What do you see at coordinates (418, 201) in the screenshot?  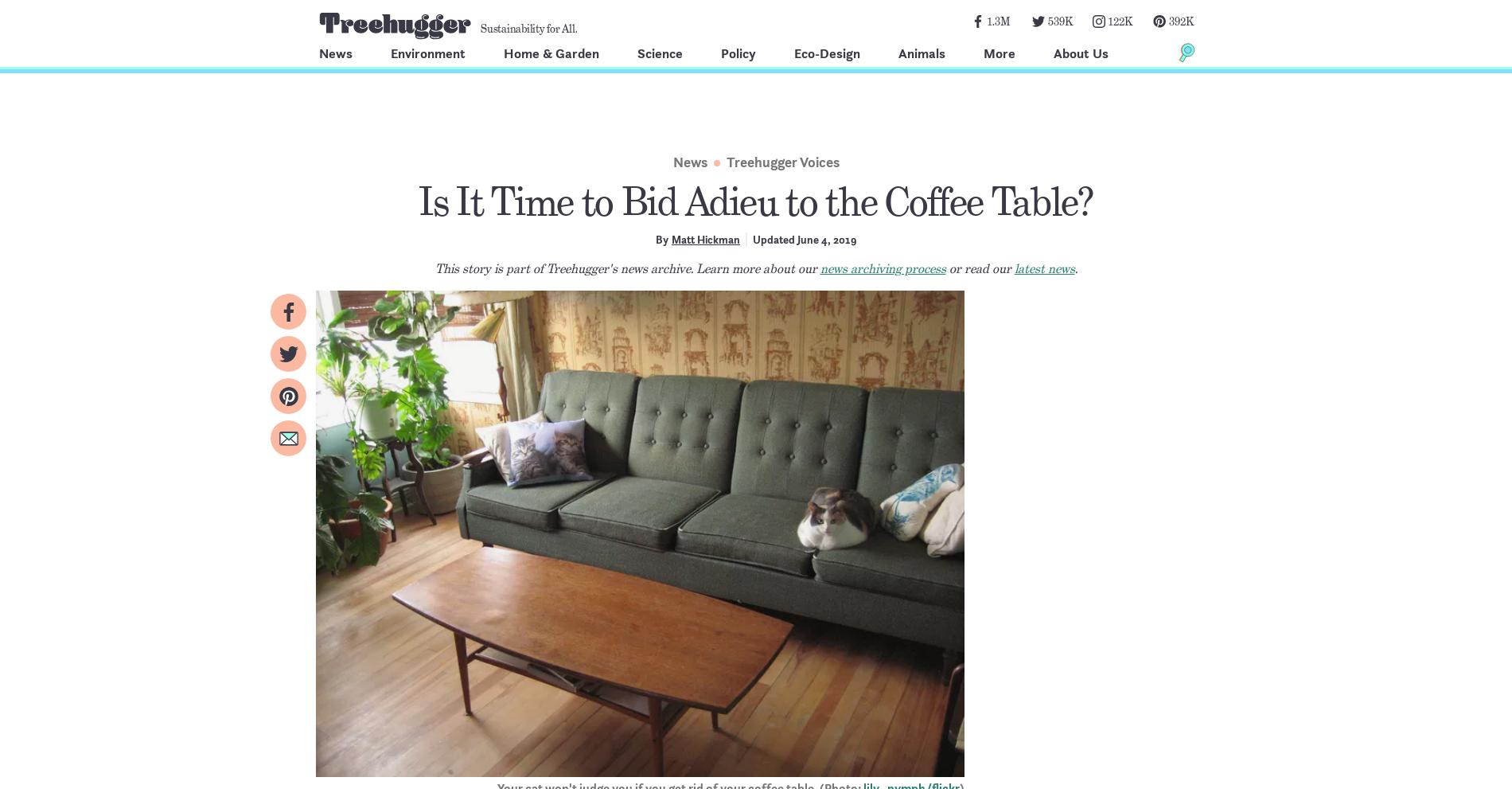 I see `'Is It Time to Bid Adieu to the Coffee Table?'` at bounding box center [418, 201].